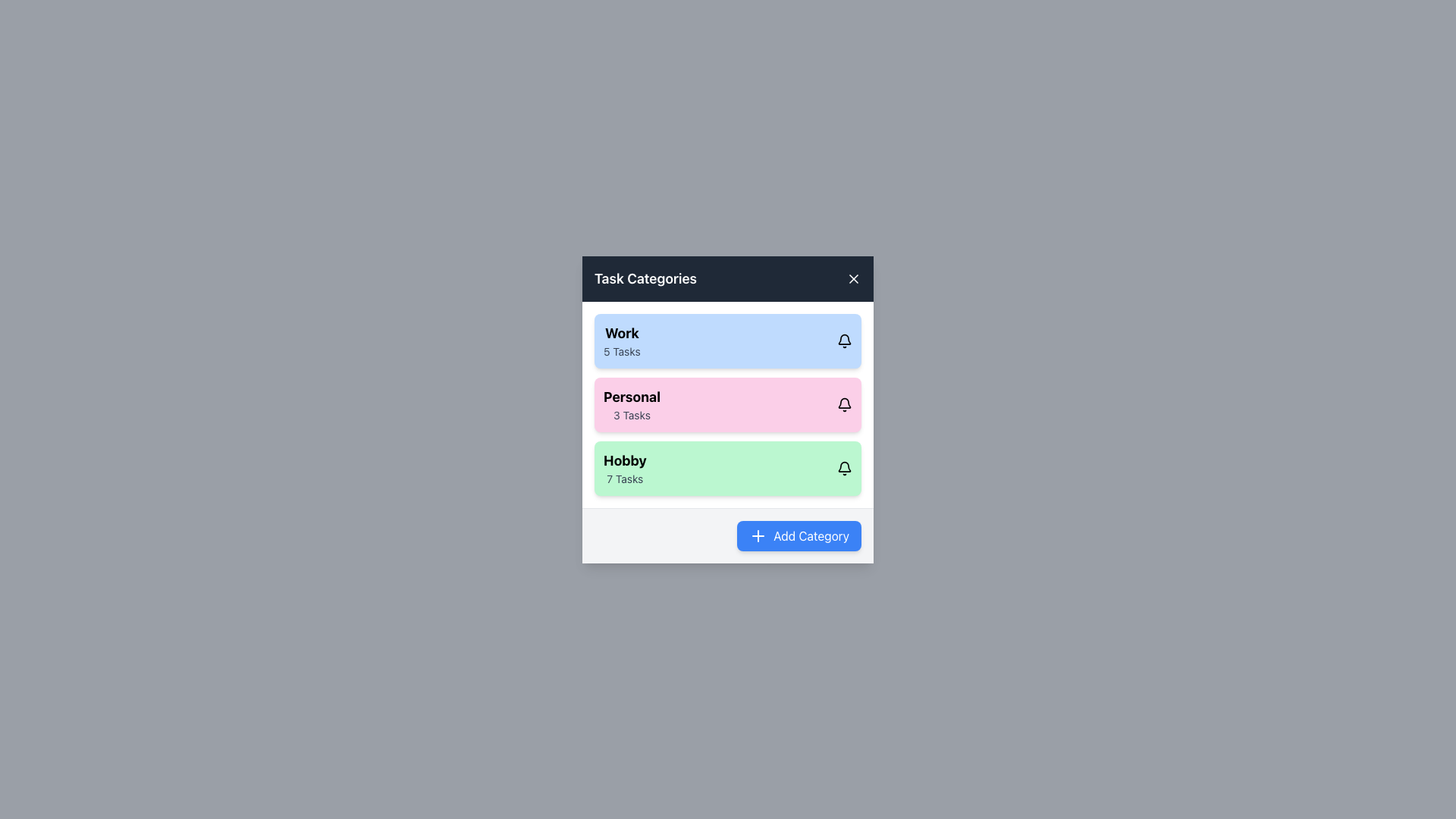 The height and width of the screenshot is (819, 1456). Describe the element at coordinates (632, 403) in the screenshot. I see `the 'Personal' text label pair component, which displays 'Personal' in bold and '3 Tasks' in smaller gray text, located in the pink background segment of the task categories list` at that location.